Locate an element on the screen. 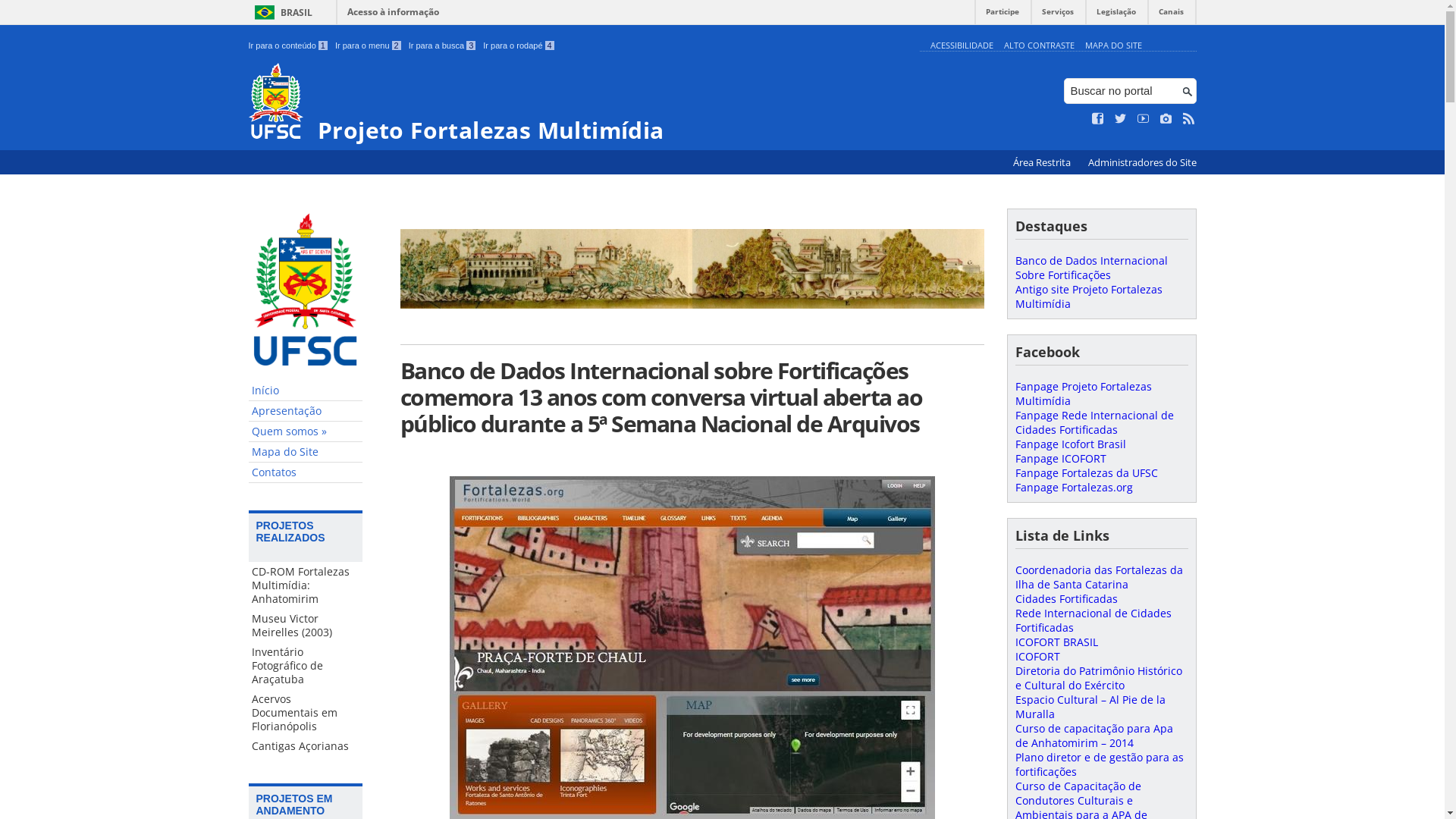 This screenshot has height=819, width=1456. 'MAPA DO SITE' is located at coordinates (1112, 44).